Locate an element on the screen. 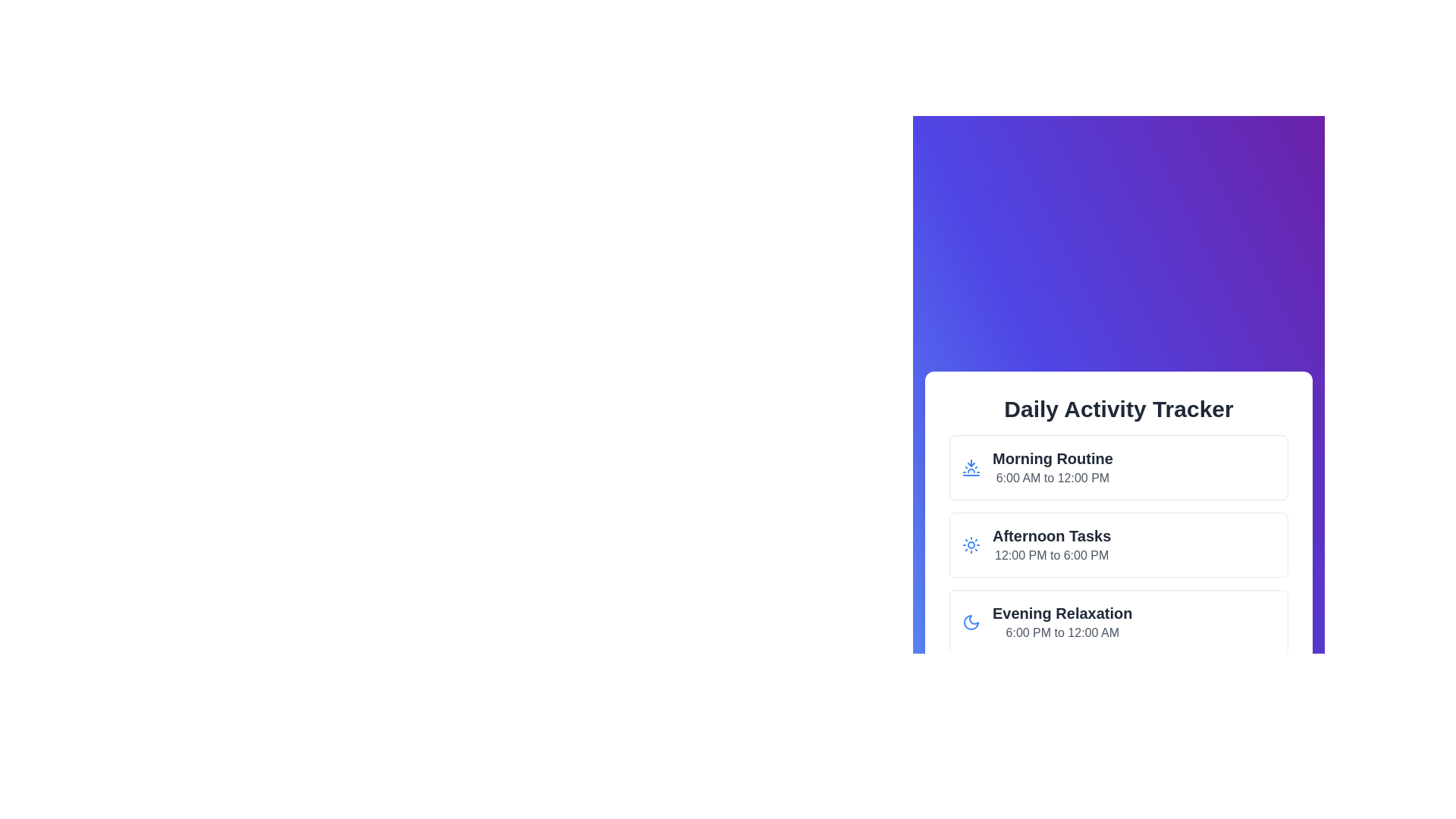  the text label displaying 'Evening Relaxation' which is styled in black and located in the last row of the daily activities list under 'Daily Activity Tracker.' is located at coordinates (1062, 613).